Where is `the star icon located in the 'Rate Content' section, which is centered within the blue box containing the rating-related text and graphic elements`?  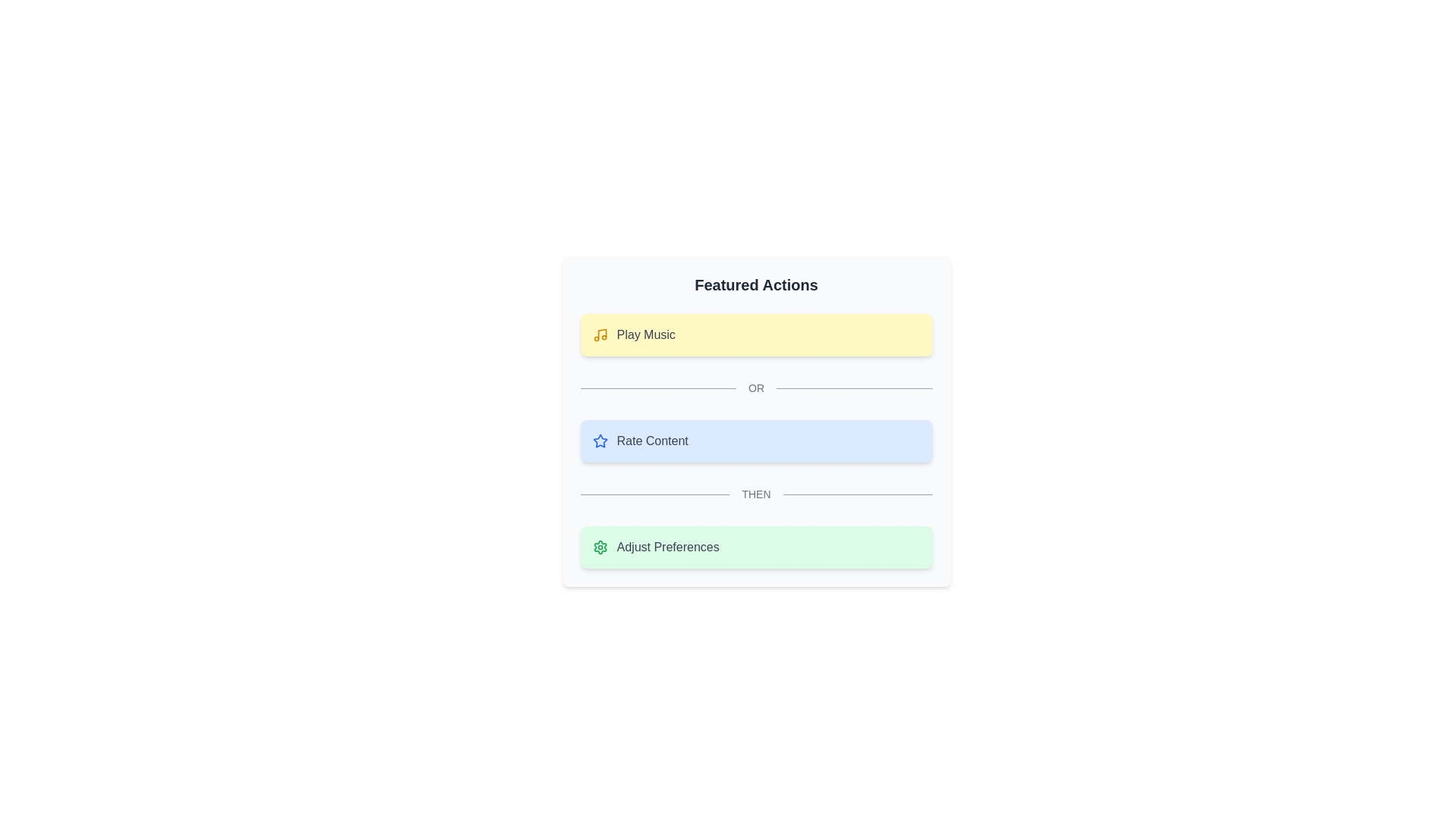
the star icon located in the 'Rate Content' section, which is centered within the blue box containing the rating-related text and graphic elements is located at coordinates (599, 441).